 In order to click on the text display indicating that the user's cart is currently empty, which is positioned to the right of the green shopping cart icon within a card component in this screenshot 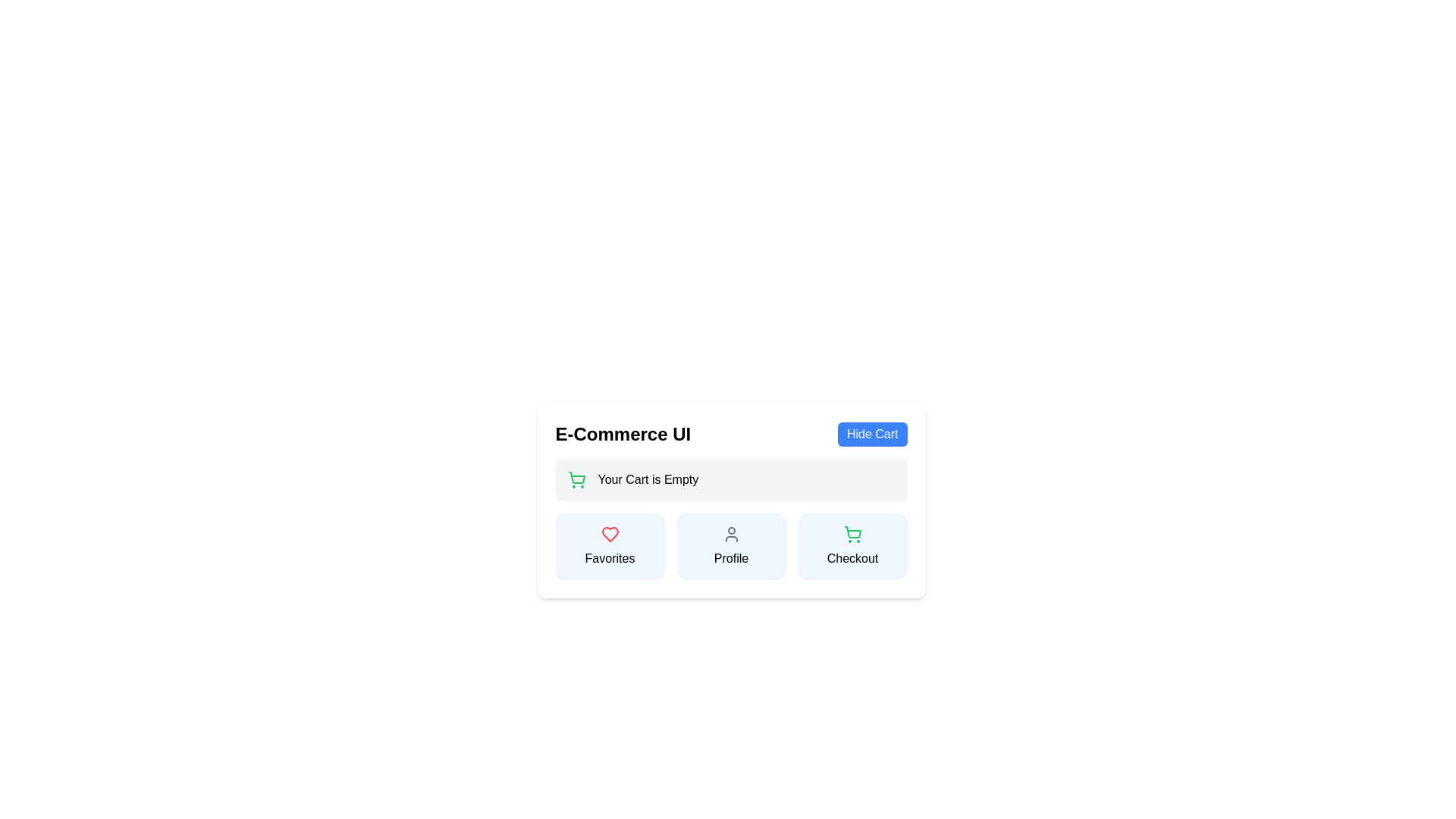, I will do `click(648, 479)`.